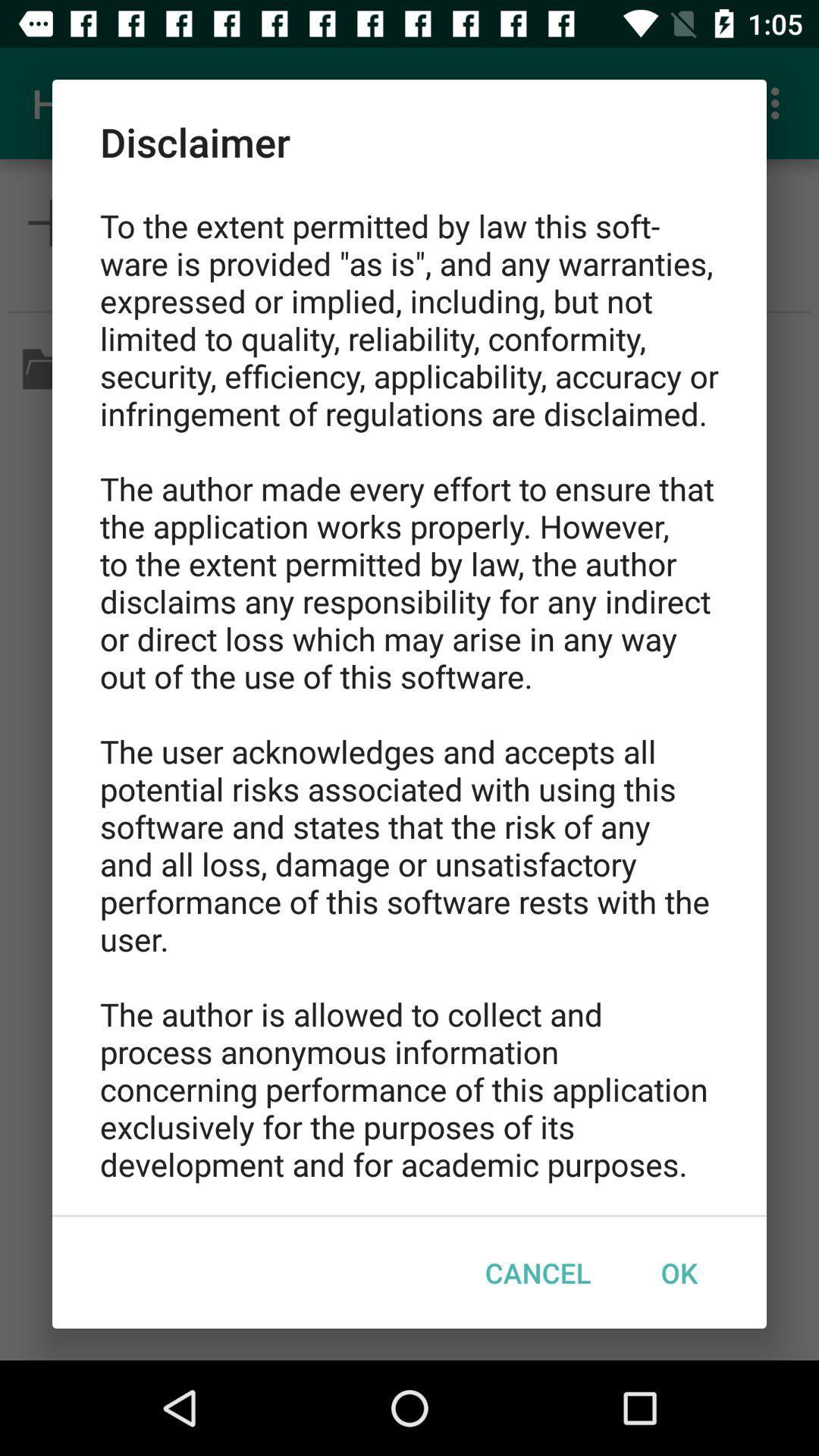 The width and height of the screenshot is (819, 1456). What do you see at coordinates (537, 1272) in the screenshot?
I see `icon next to the ok` at bounding box center [537, 1272].